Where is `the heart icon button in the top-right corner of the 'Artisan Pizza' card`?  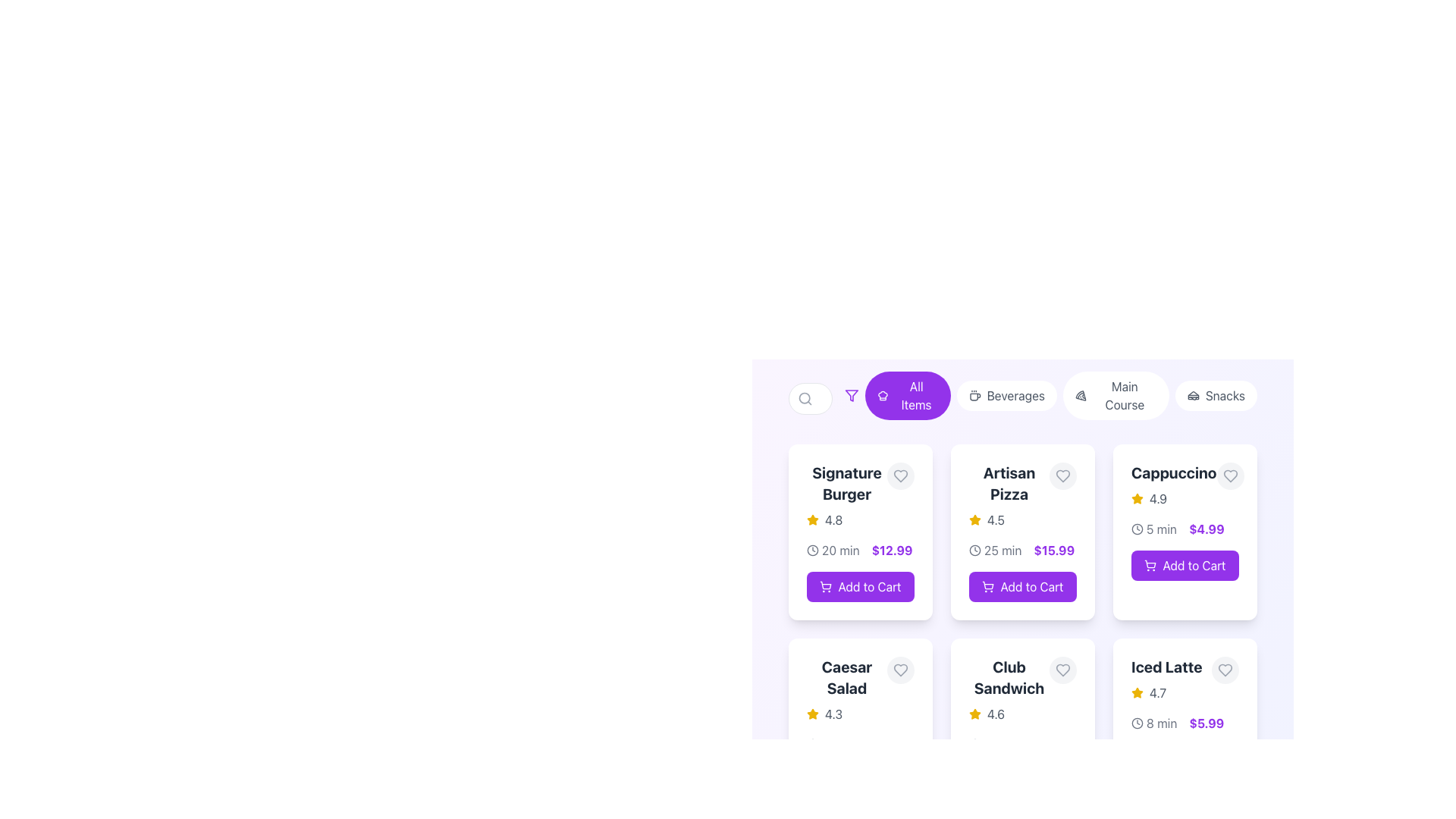 the heart icon button in the top-right corner of the 'Artisan Pizza' card is located at coordinates (1062, 475).